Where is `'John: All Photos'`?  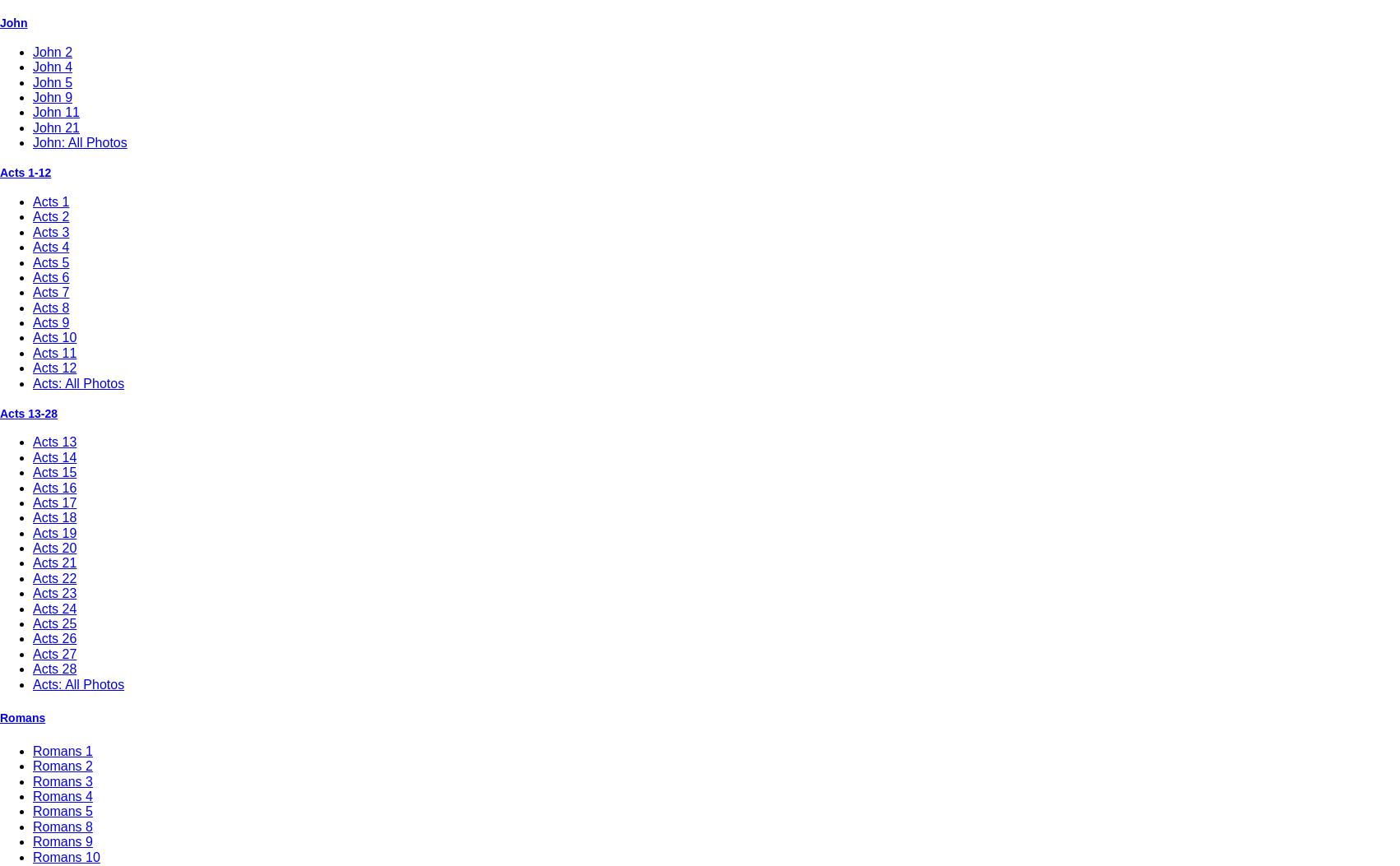 'John: All Photos' is located at coordinates (80, 141).